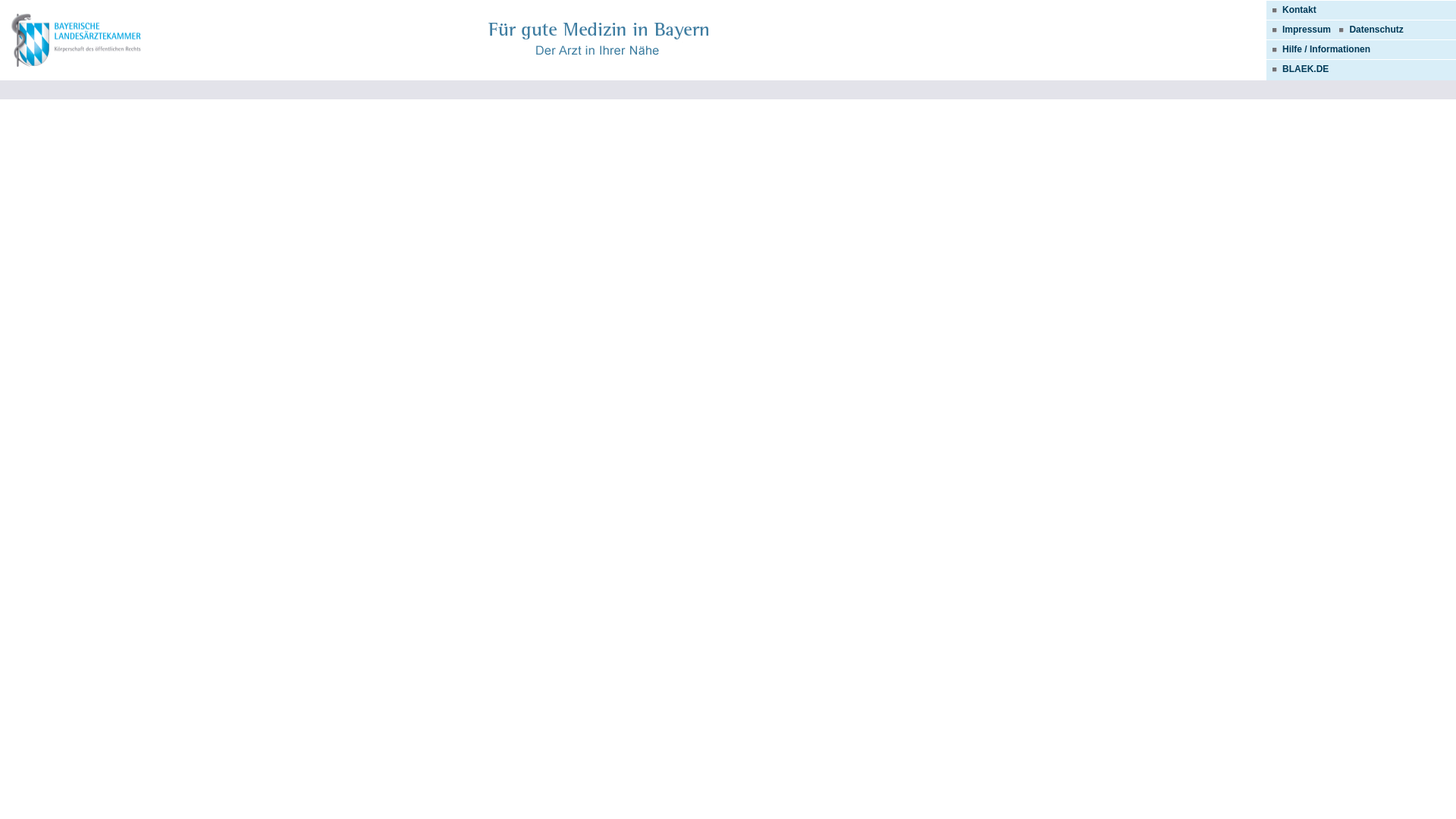 Image resolution: width=1456 pixels, height=819 pixels. I want to click on 'BLAEK.DE', so click(1296, 69).